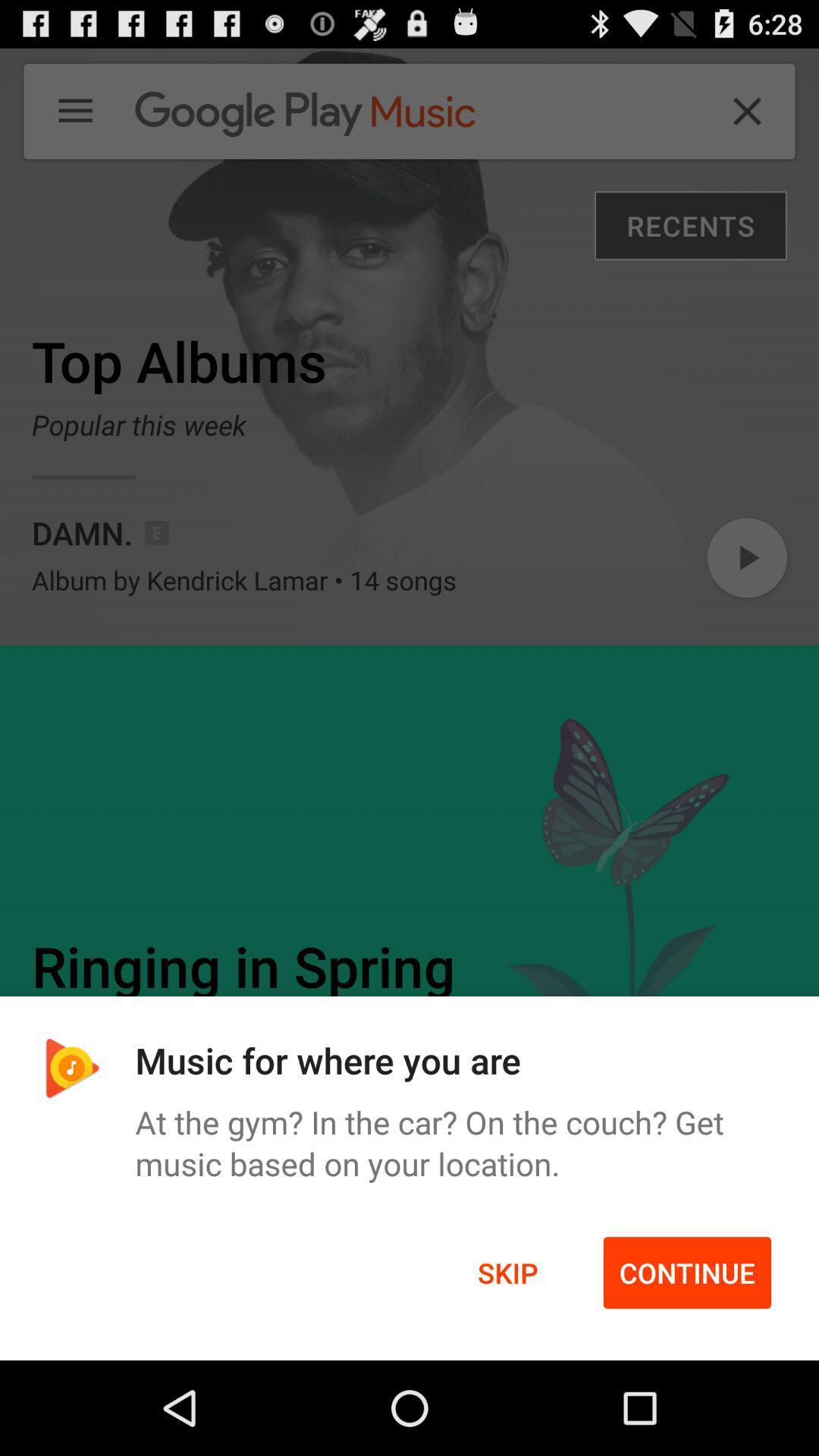 This screenshot has height=1456, width=819. What do you see at coordinates (409, 703) in the screenshot?
I see `icon at the center` at bounding box center [409, 703].